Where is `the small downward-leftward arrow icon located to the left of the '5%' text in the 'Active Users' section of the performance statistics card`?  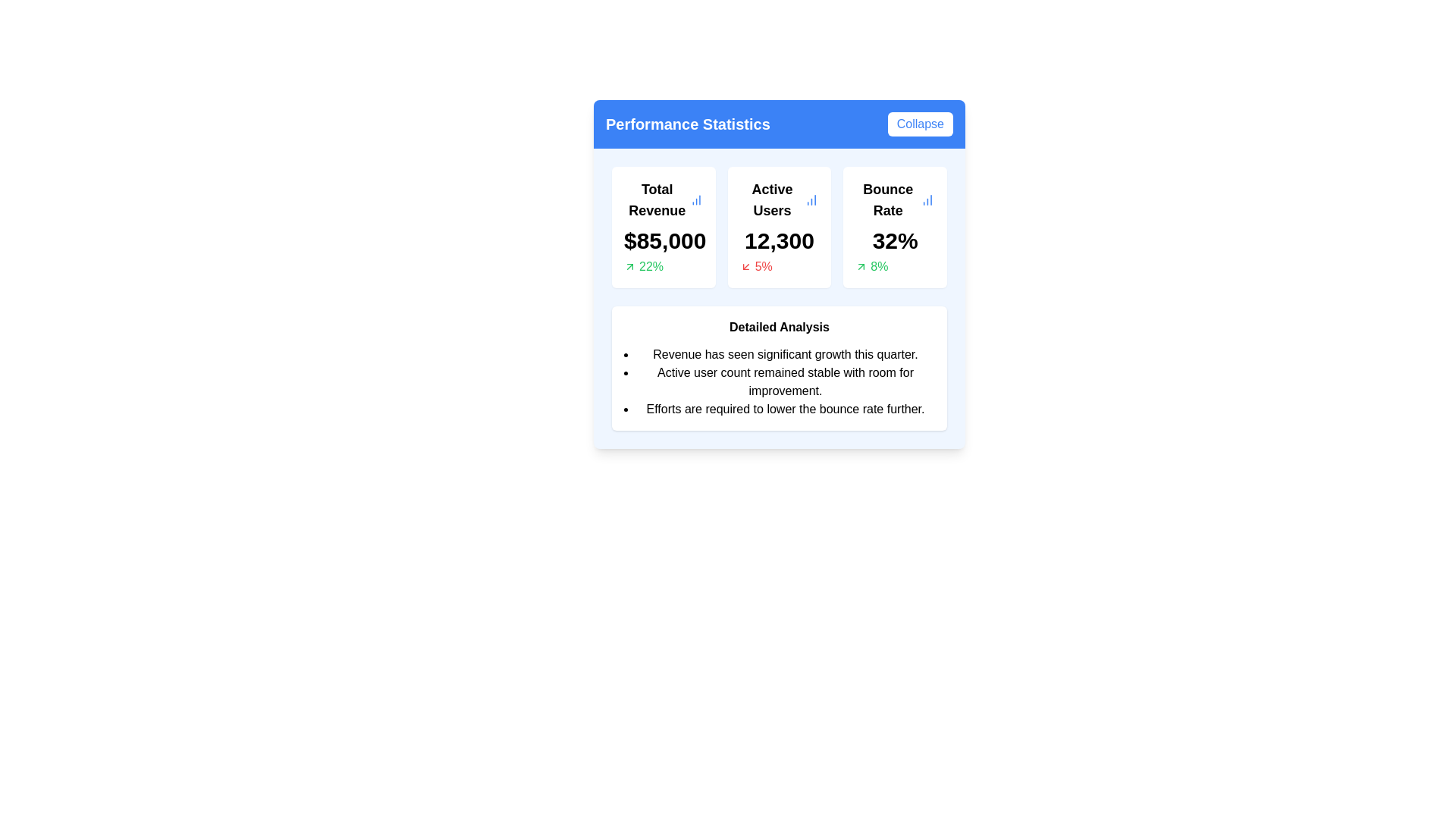 the small downward-leftward arrow icon located to the left of the '5%' text in the 'Active Users' section of the performance statistics card is located at coordinates (745, 265).